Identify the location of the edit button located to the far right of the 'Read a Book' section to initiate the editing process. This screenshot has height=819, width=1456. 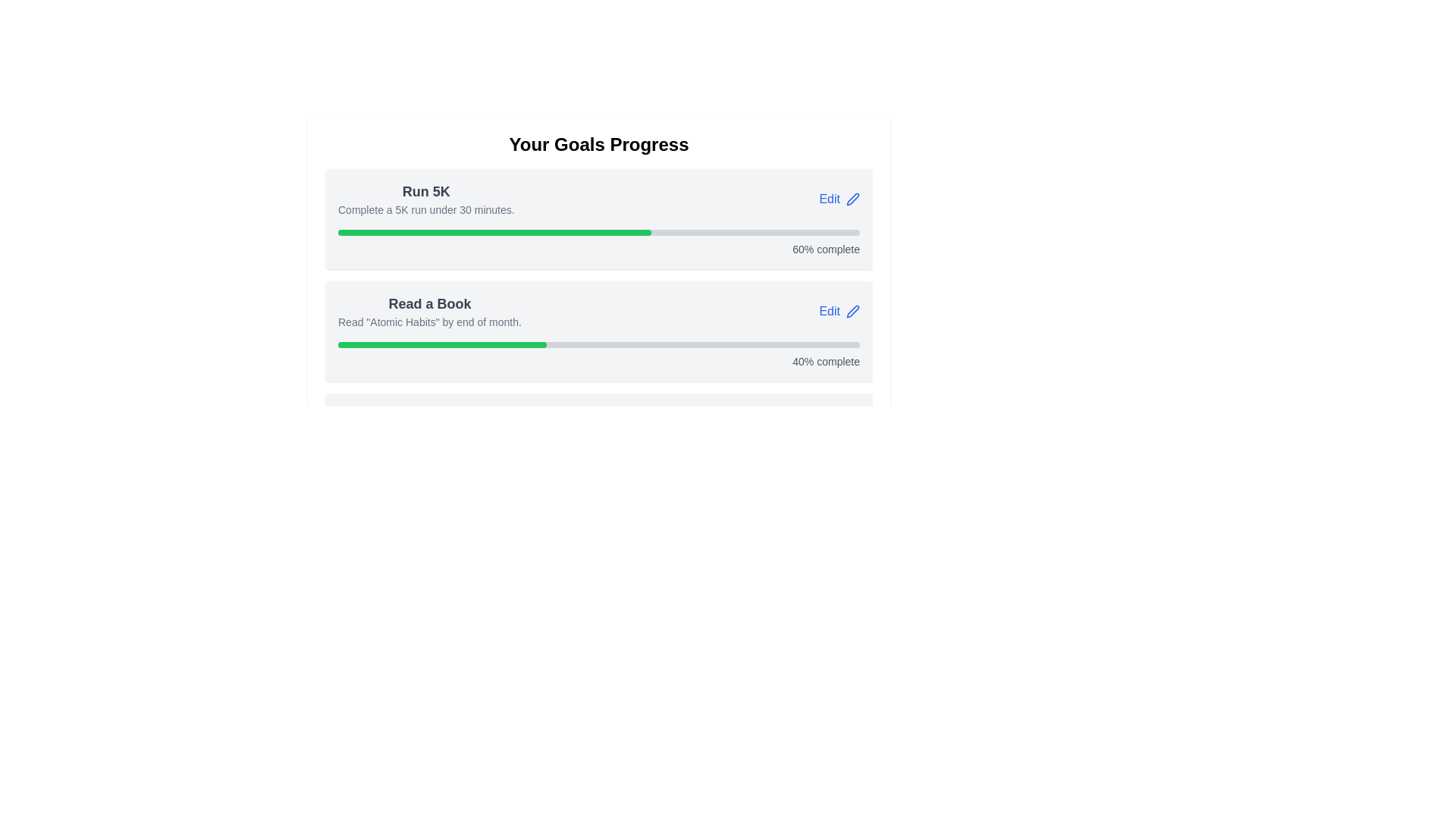
(839, 311).